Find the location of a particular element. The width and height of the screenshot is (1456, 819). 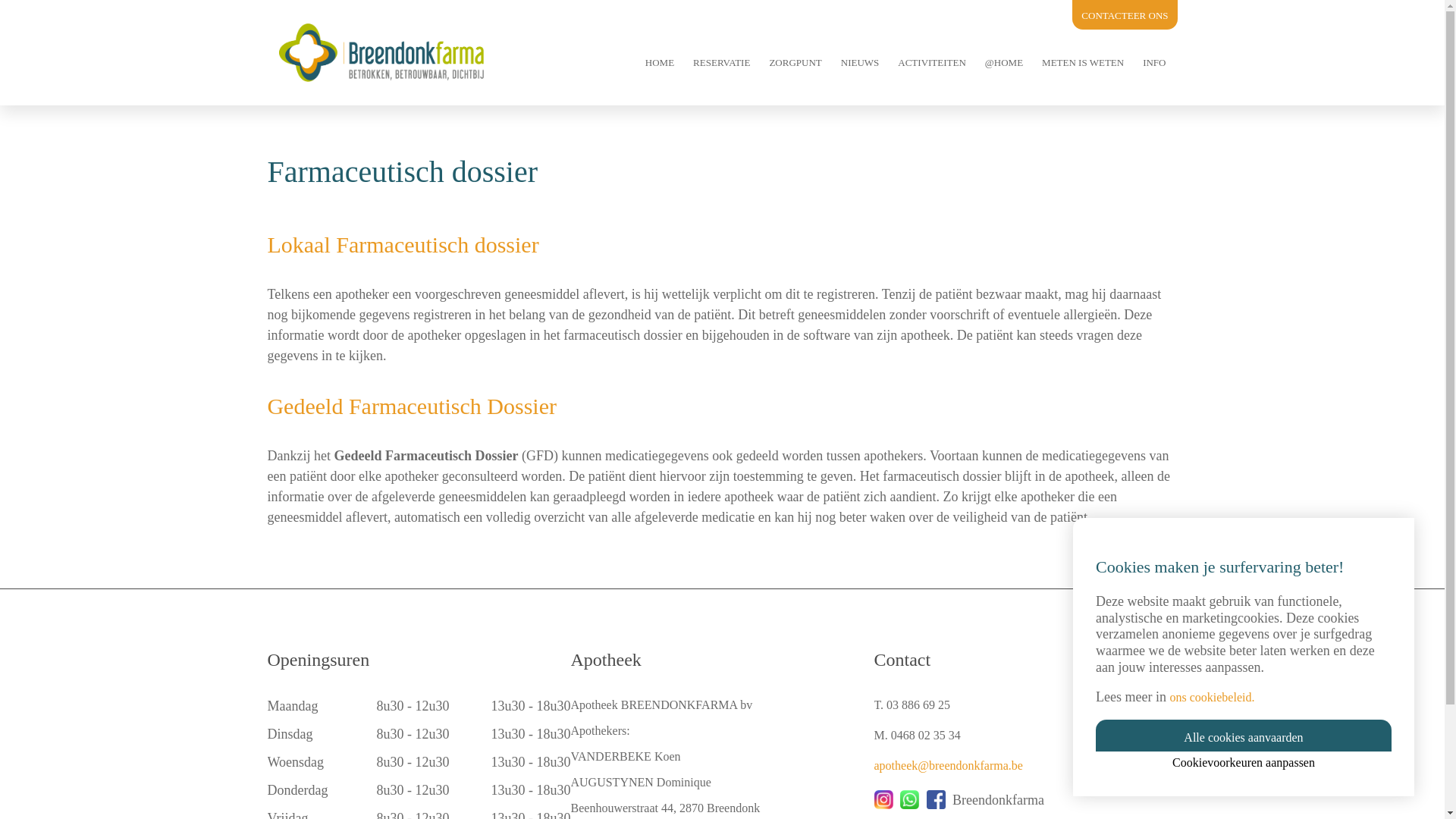

'M. 0468 02 35 34' is located at coordinates (916, 734).